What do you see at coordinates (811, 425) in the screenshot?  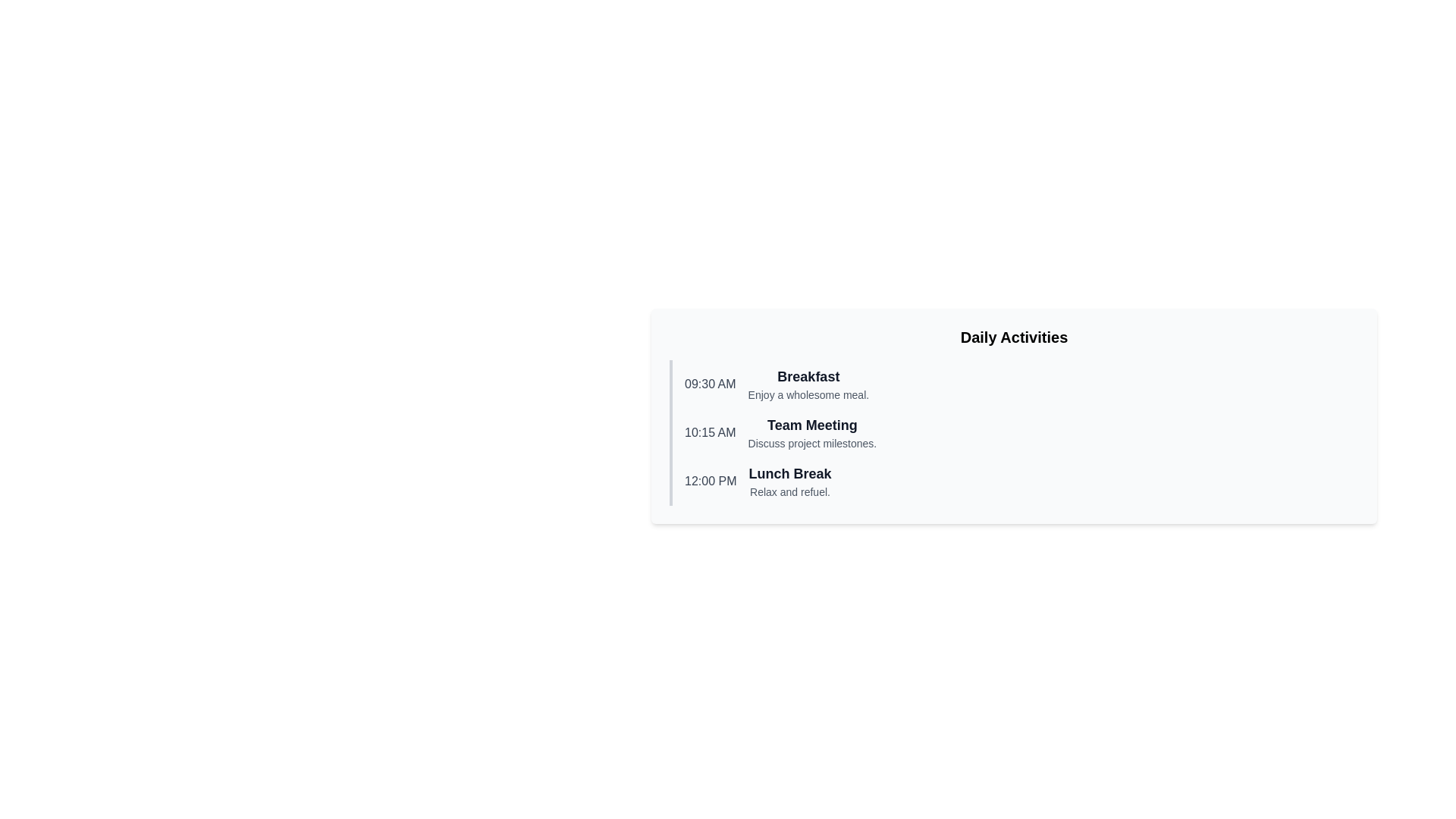 I see `the Text Label indicating the scheduled meeting title located in the '10:15 AM' time slot under 'Daily Activities'` at bounding box center [811, 425].